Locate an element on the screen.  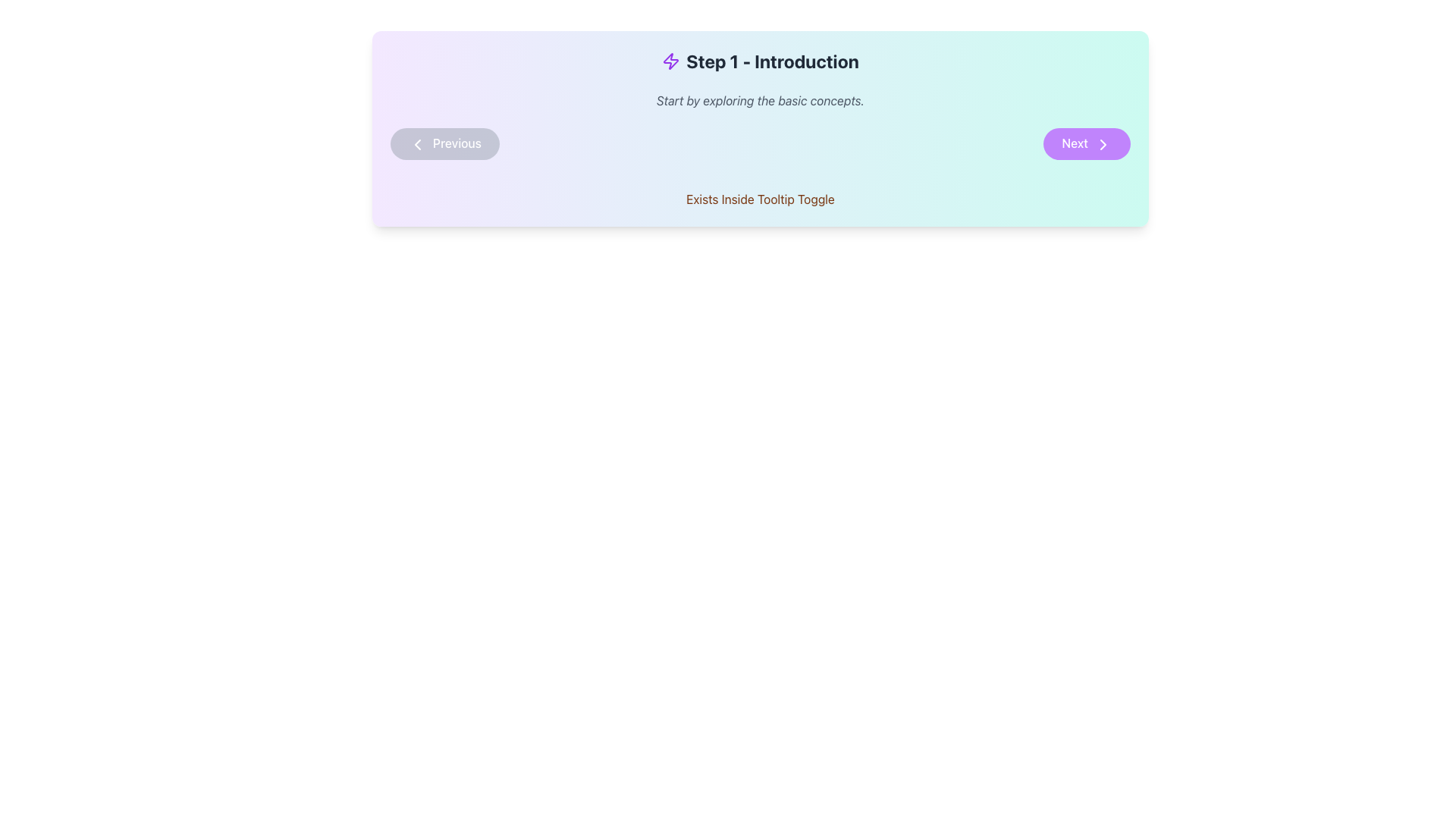
the left navigation button is located at coordinates (444, 143).